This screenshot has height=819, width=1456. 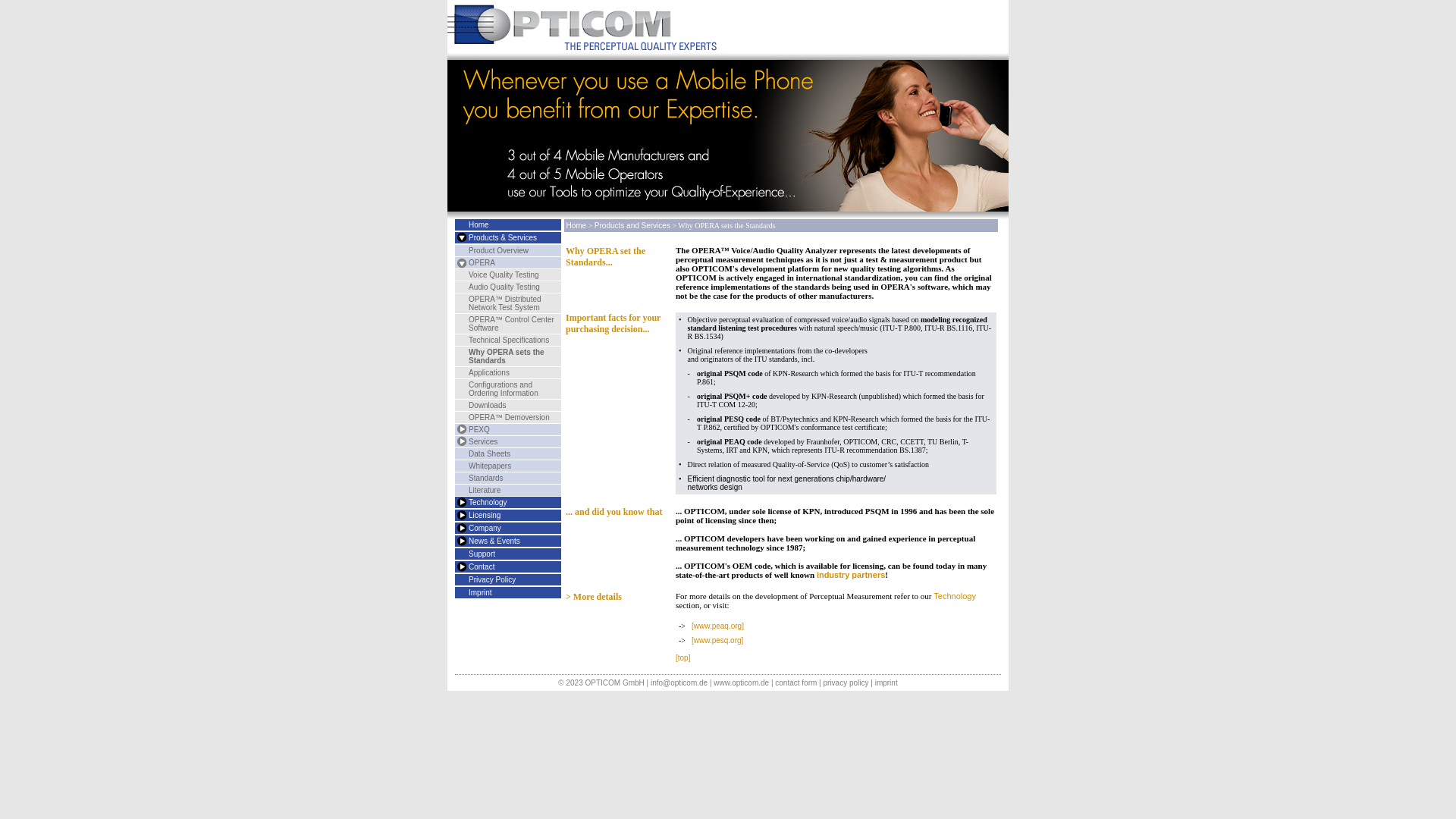 What do you see at coordinates (716, 640) in the screenshot?
I see `'[www.pesq.org]'` at bounding box center [716, 640].